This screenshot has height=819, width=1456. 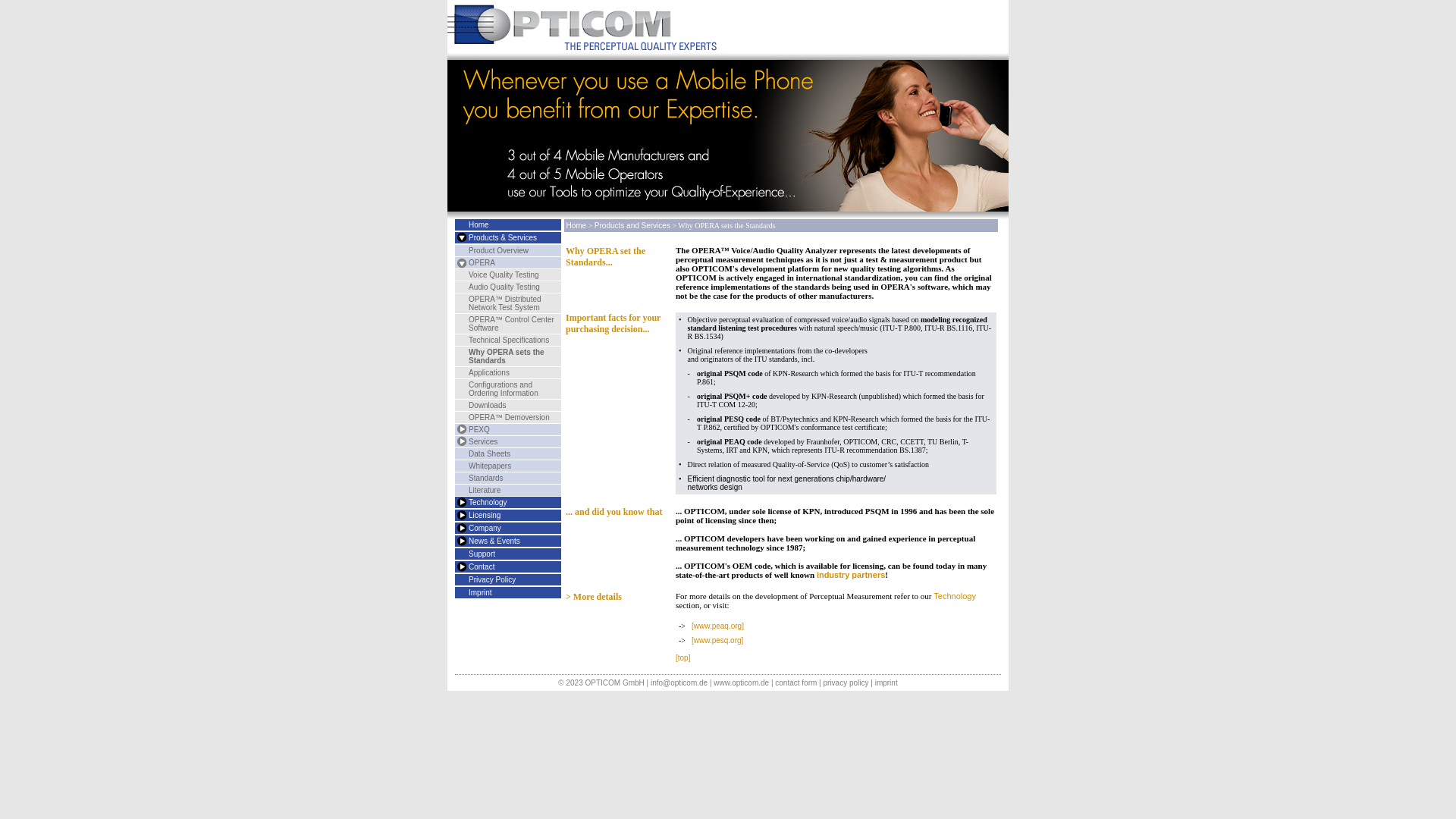 What do you see at coordinates (716, 640) in the screenshot?
I see `'[www.pesq.org]'` at bounding box center [716, 640].